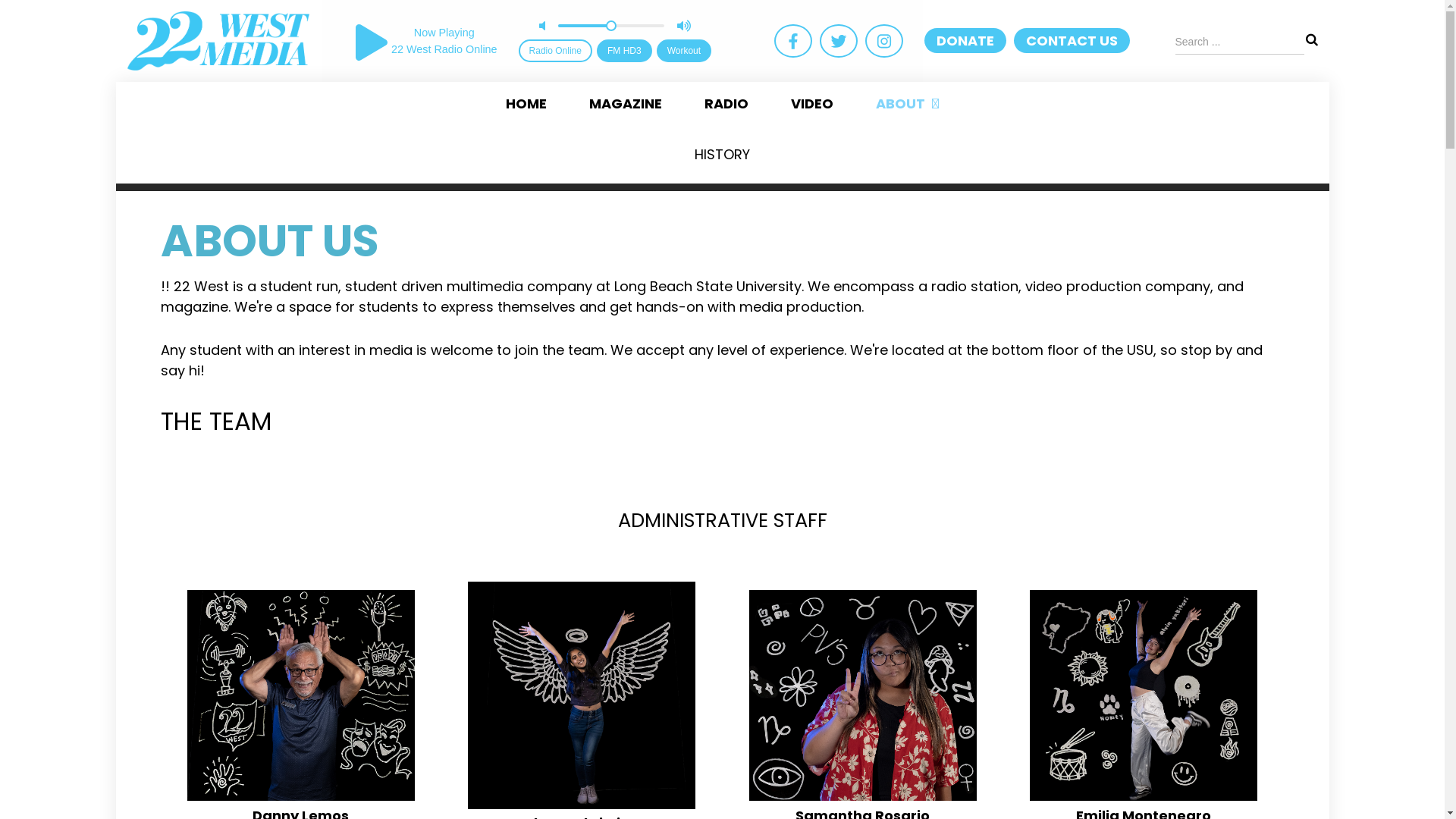  I want to click on 'RADIO', so click(726, 103).